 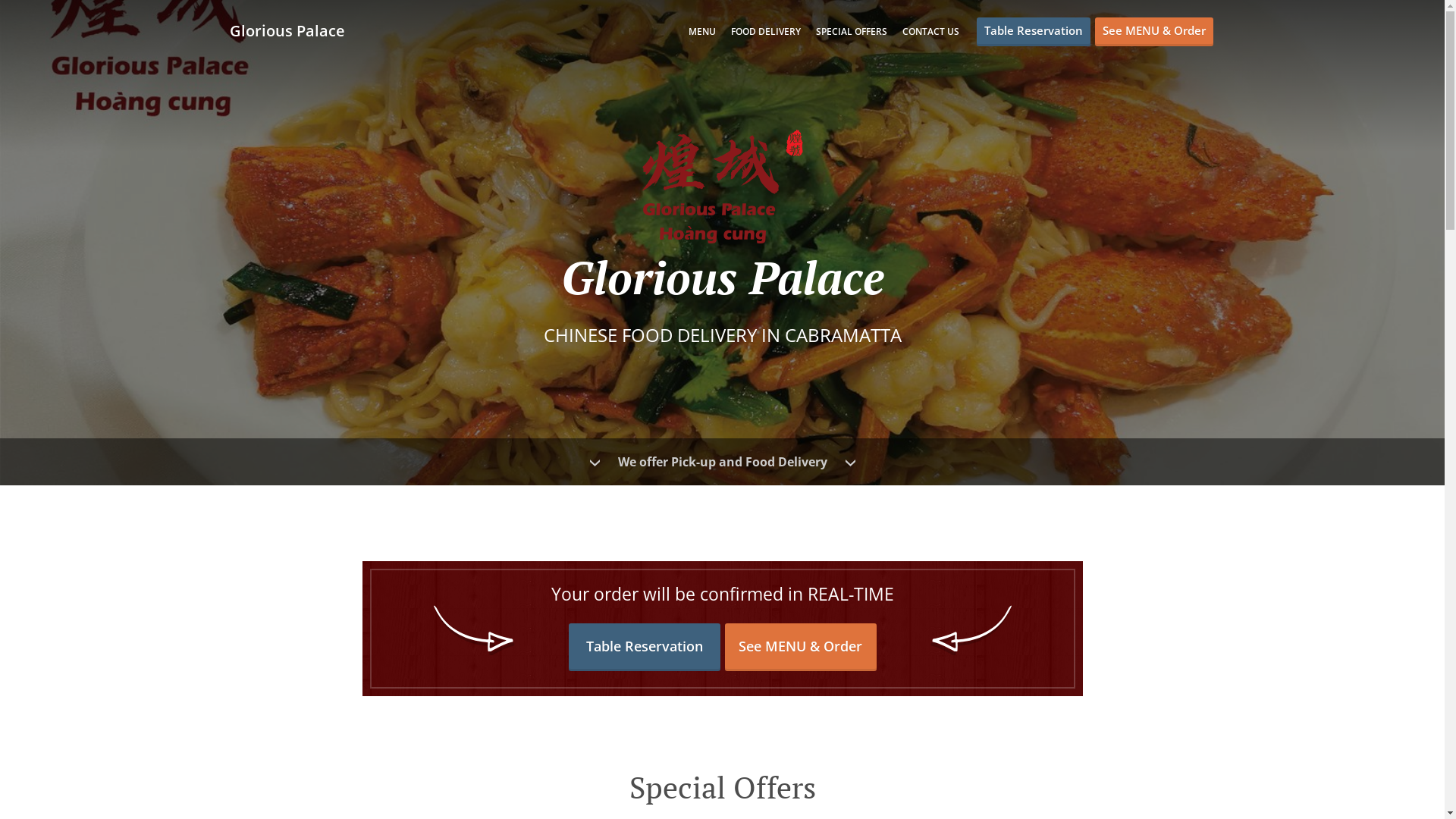 What do you see at coordinates (852, 31) in the screenshot?
I see `'SPECIAL OFFERS'` at bounding box center [852, 31].